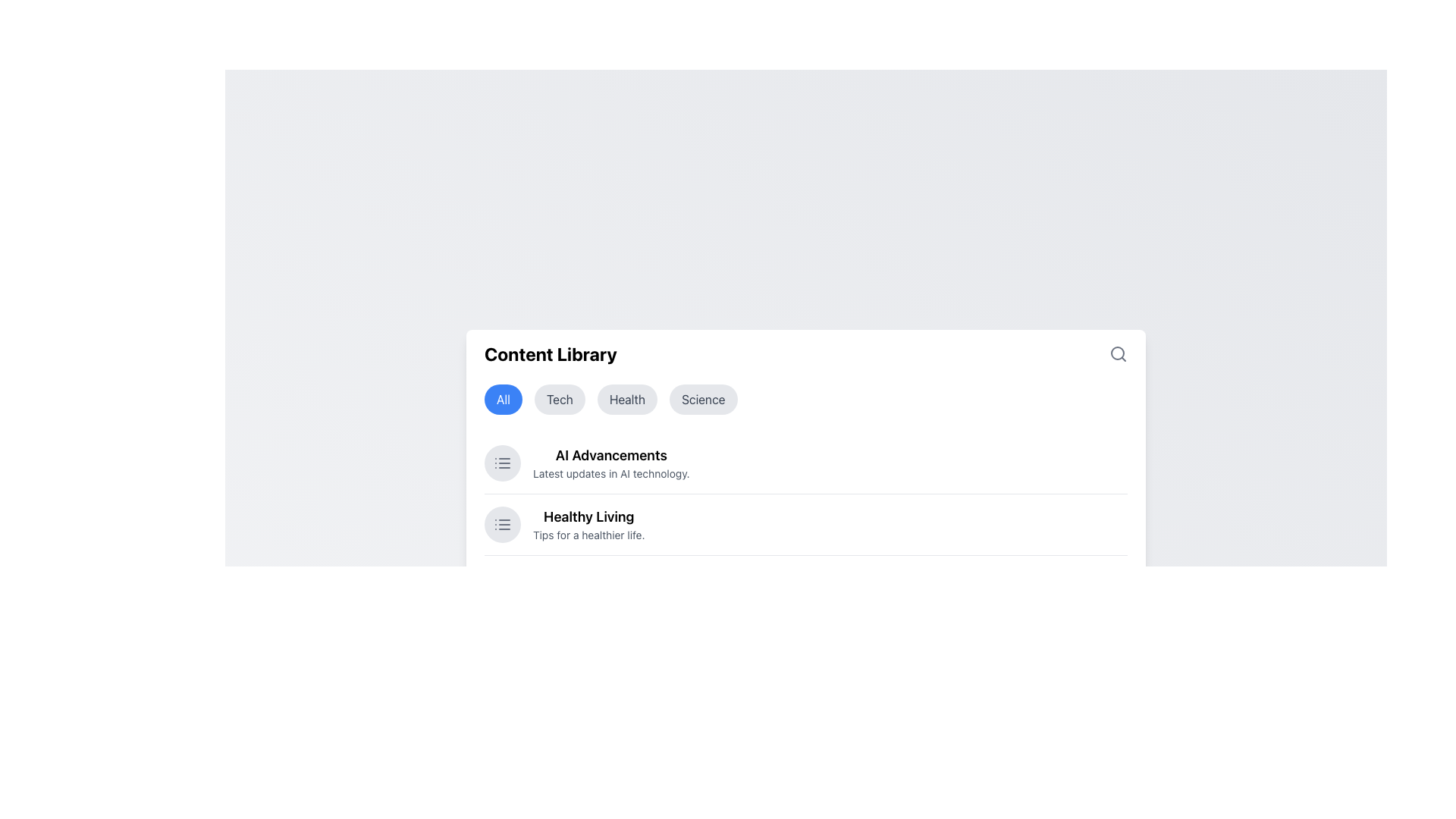 The image size is (1456, 819). What do you see at coordinates (627, 399) in the screenshot?
I see `the 'Health' category button, which is the third button from the left in a horizontal group of category buttons, to filter content related to health` at bounding box center [627, 399].